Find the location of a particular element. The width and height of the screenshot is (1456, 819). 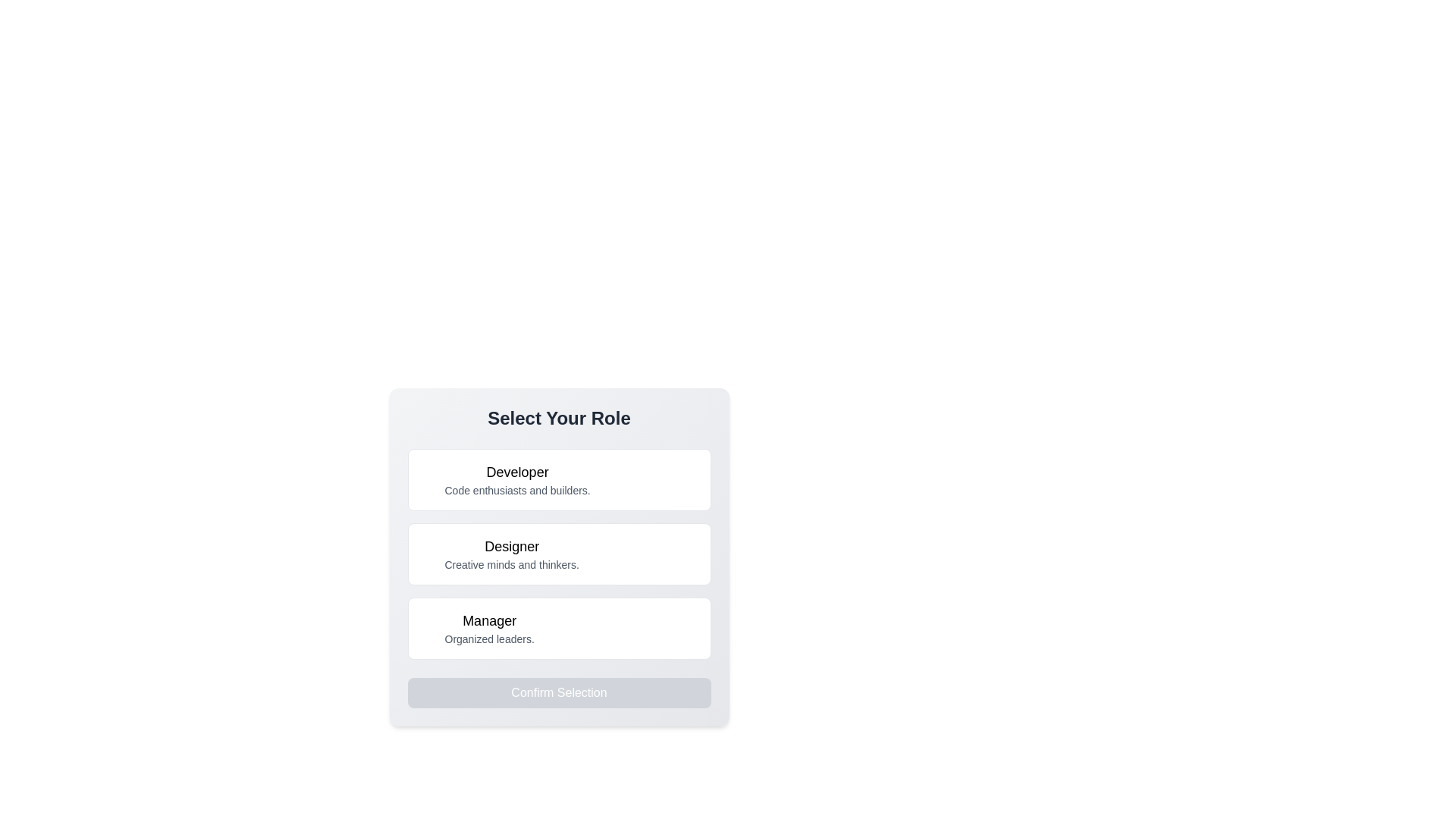

the Text label that provides descriptive information about the 'Designer' role, which is located in the center of the 'Select Your Role' section, below a circular icon and above other text elements is located at coordinates (512, 554).